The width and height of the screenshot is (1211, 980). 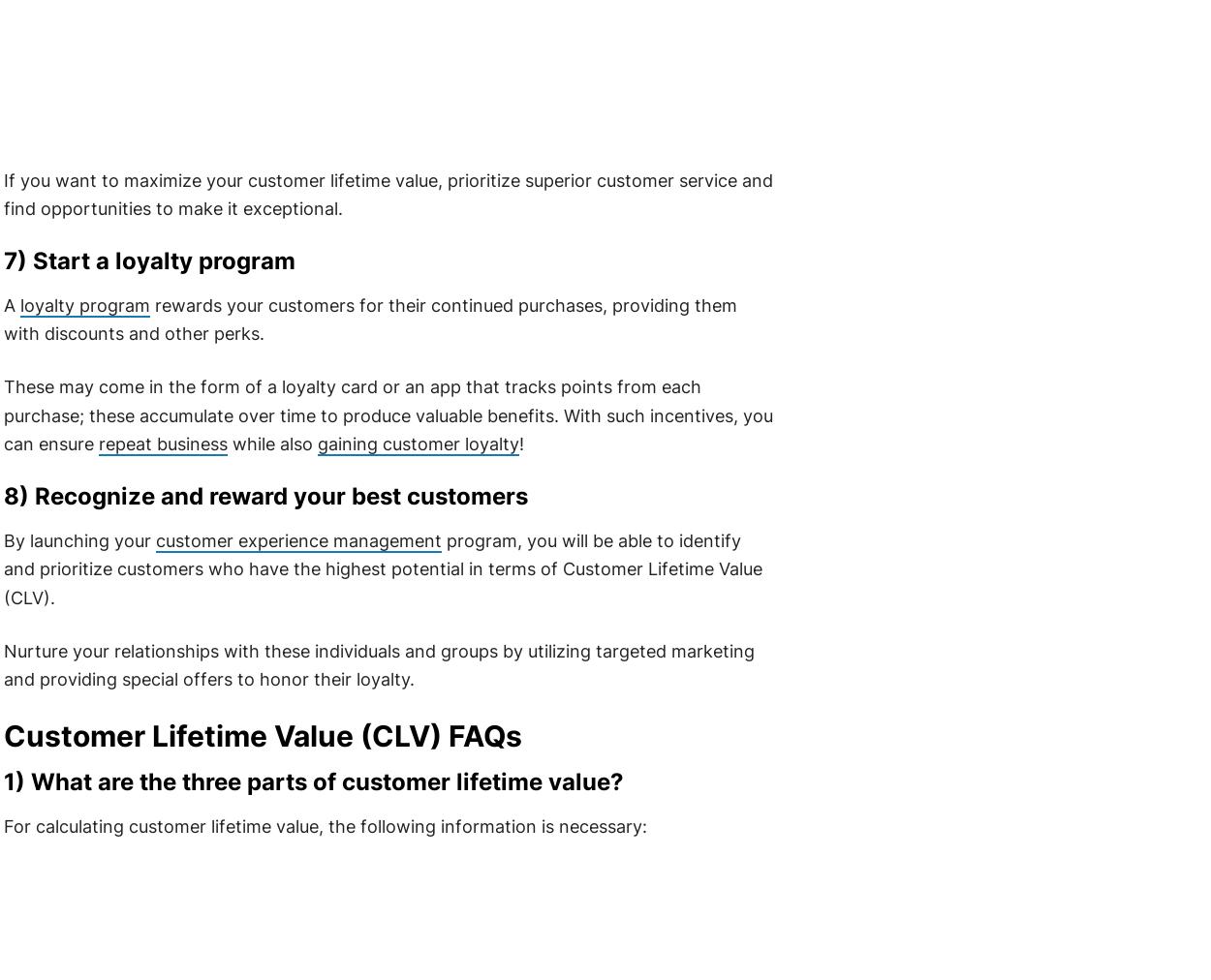 What do you see at coordinates (11, 303) in the screenshot?
I see `'A'` at bounding box center [11, 303].